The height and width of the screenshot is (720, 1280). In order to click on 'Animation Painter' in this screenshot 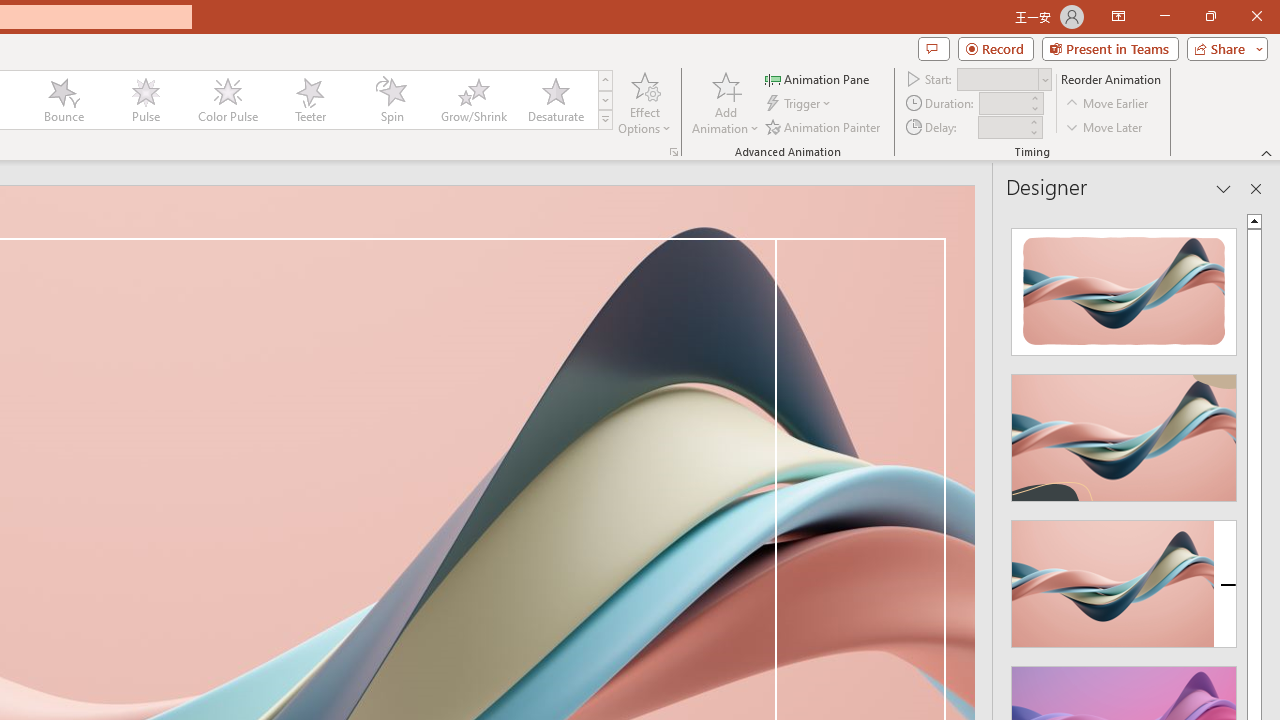, I will do `click(824, 127)`.